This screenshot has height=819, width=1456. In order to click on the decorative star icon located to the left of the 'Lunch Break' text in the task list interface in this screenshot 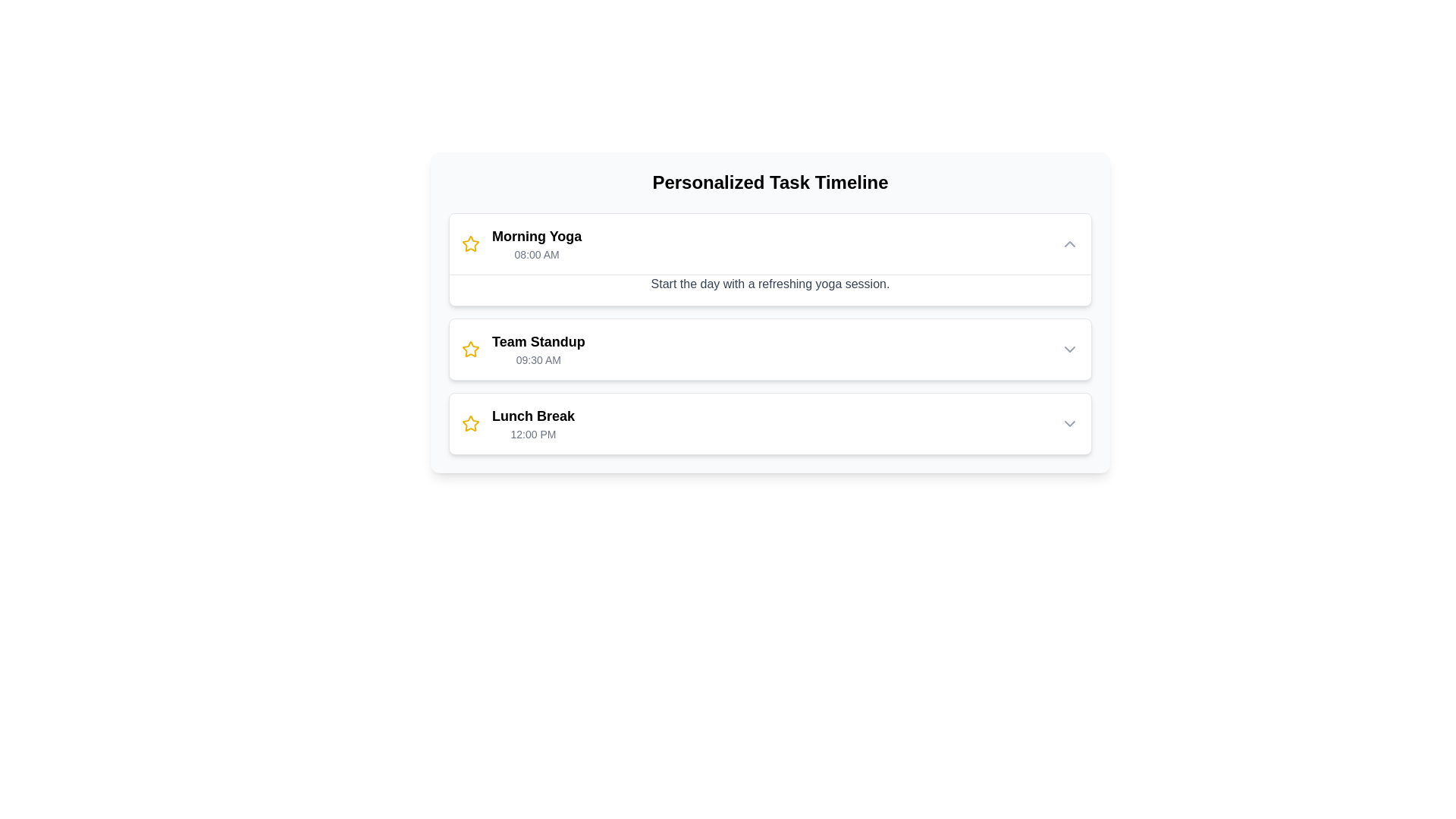, I will do `click(469, 424)`.